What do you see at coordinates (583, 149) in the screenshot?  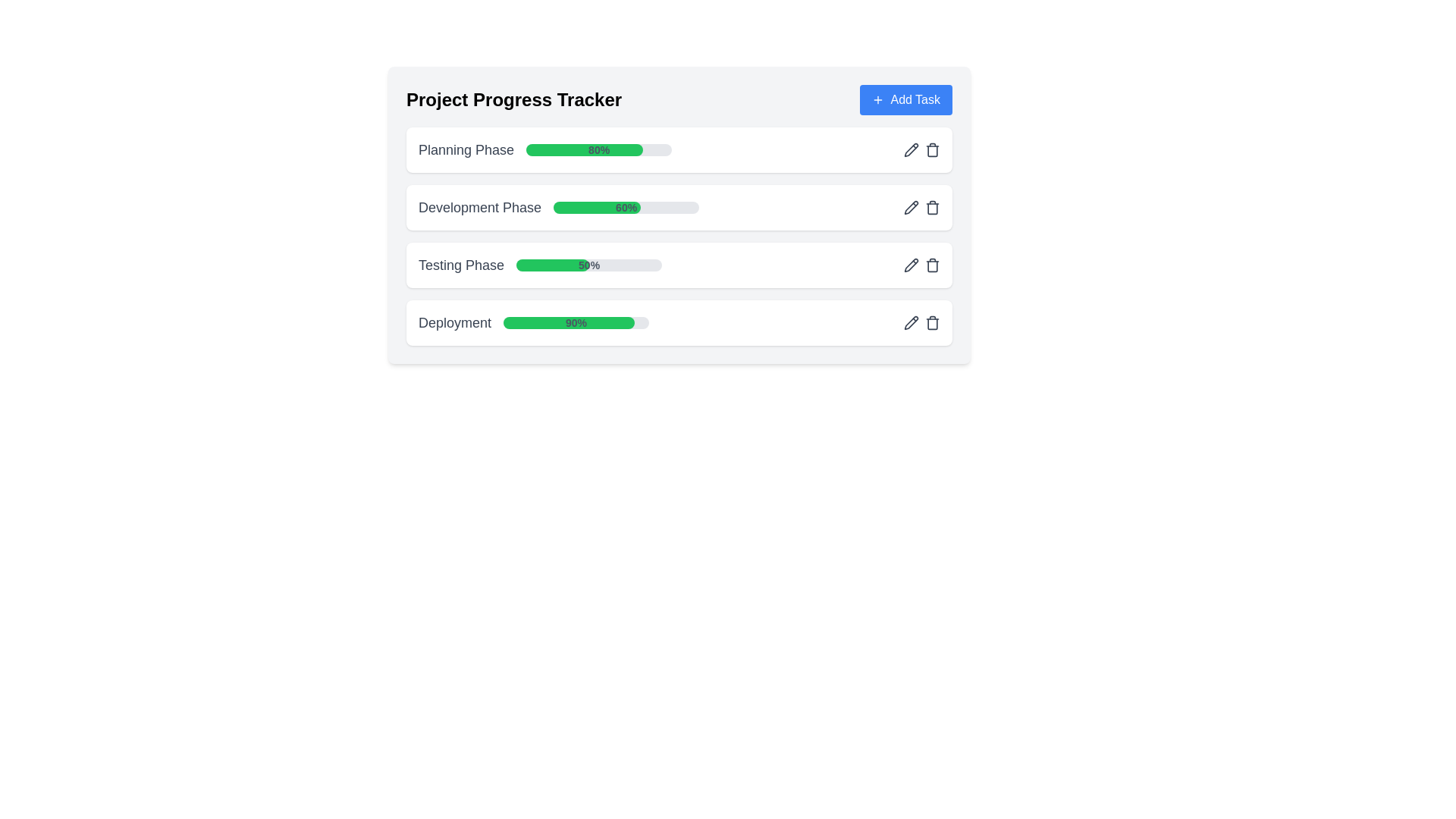 I see `the green progress bar indicating 80% completion for the 'Planning Phase' task in the project progress tracker` at bounding box center [583, 149].